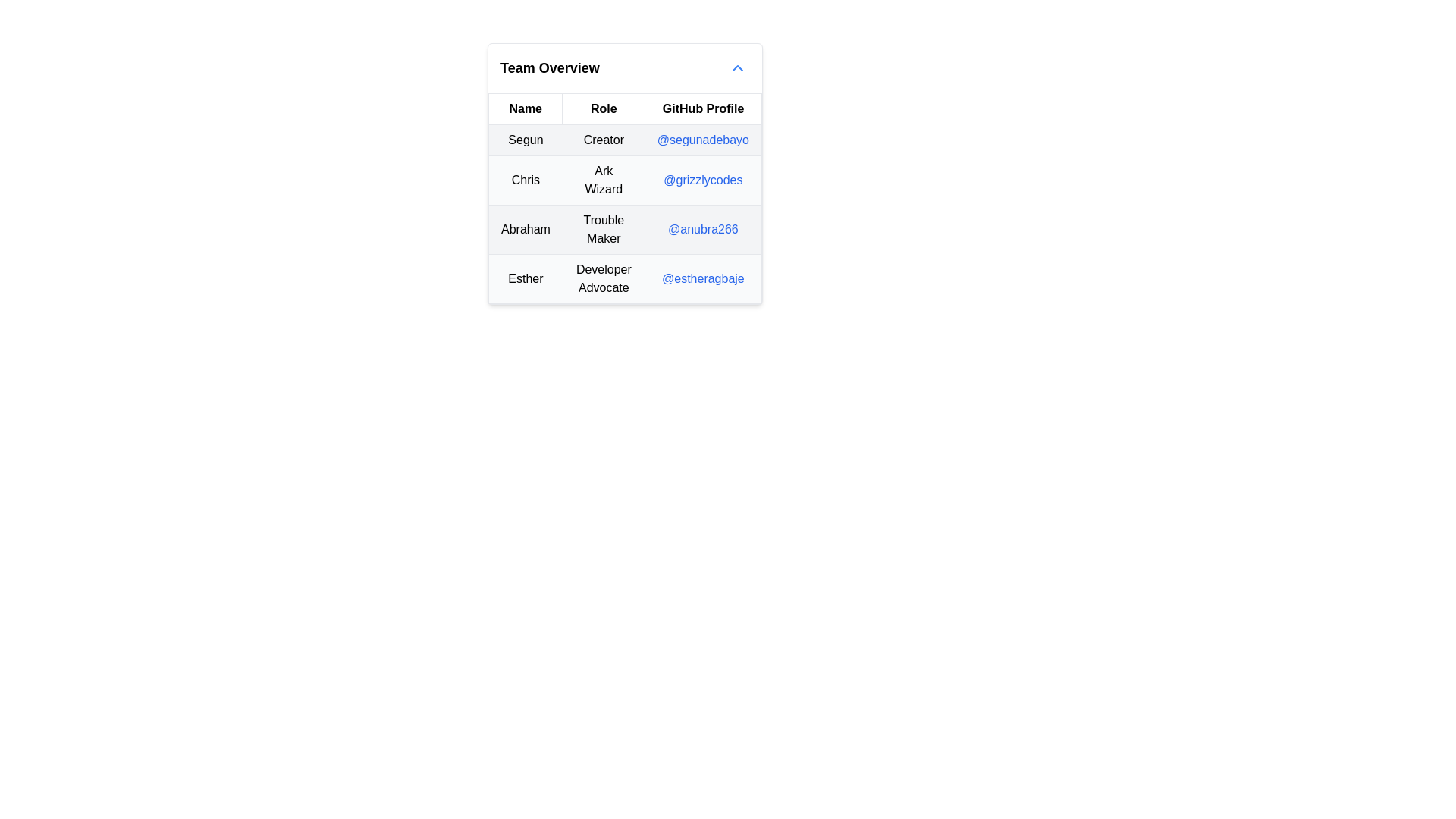  Describe the element at coordinates (526, 180) in the screenshot. I see `the static text label displaying the name of the team member 'Chris' located in the 'Name' column of the second row of the table, which is positioned to the left of 'Ark Wizard' and '@grizzlycodes.'` at that location.